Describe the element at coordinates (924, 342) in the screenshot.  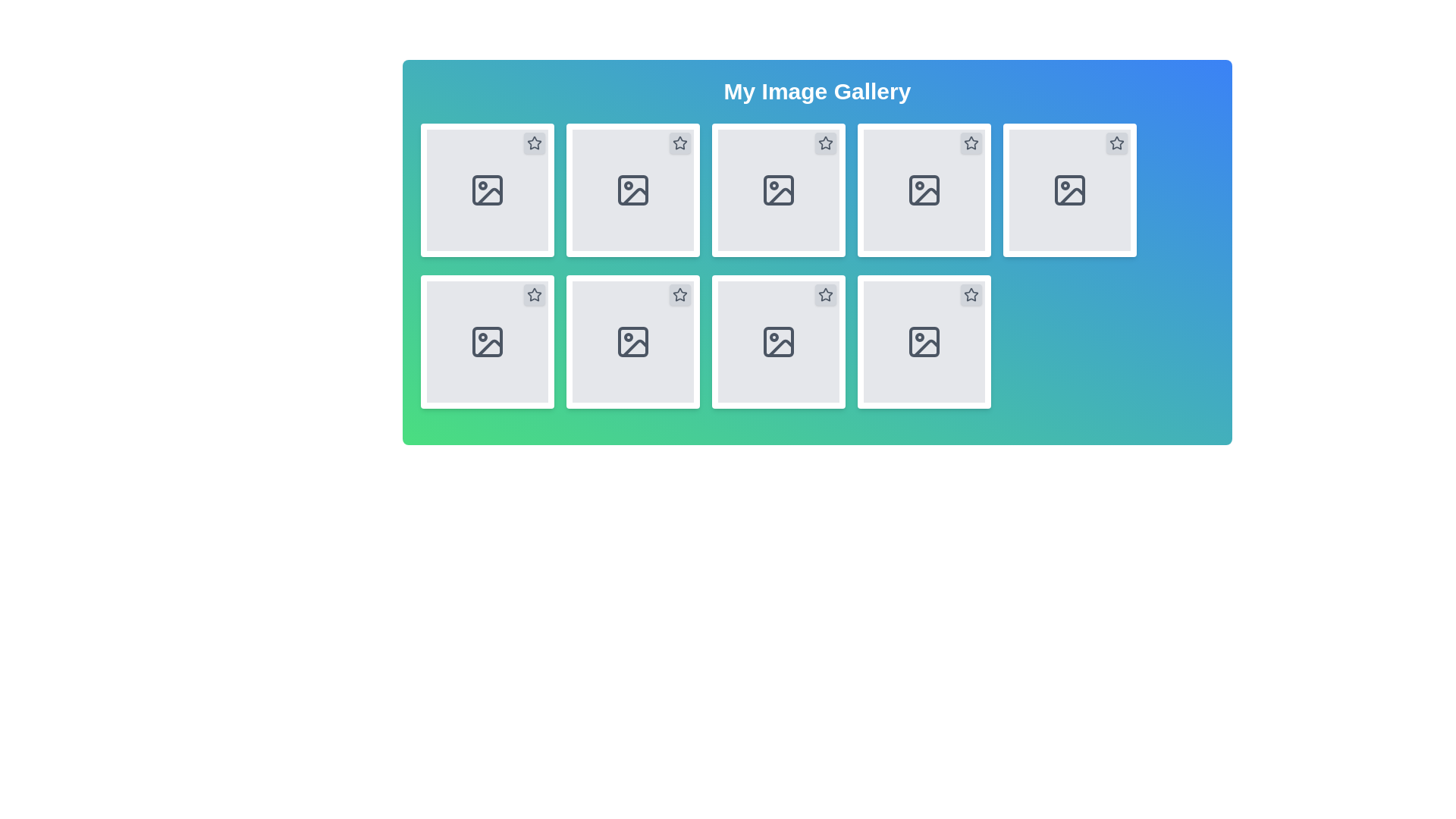
I see `the interactive card in the 'My Image Gallery' grid layout located at the bottom-right corner` at that location.